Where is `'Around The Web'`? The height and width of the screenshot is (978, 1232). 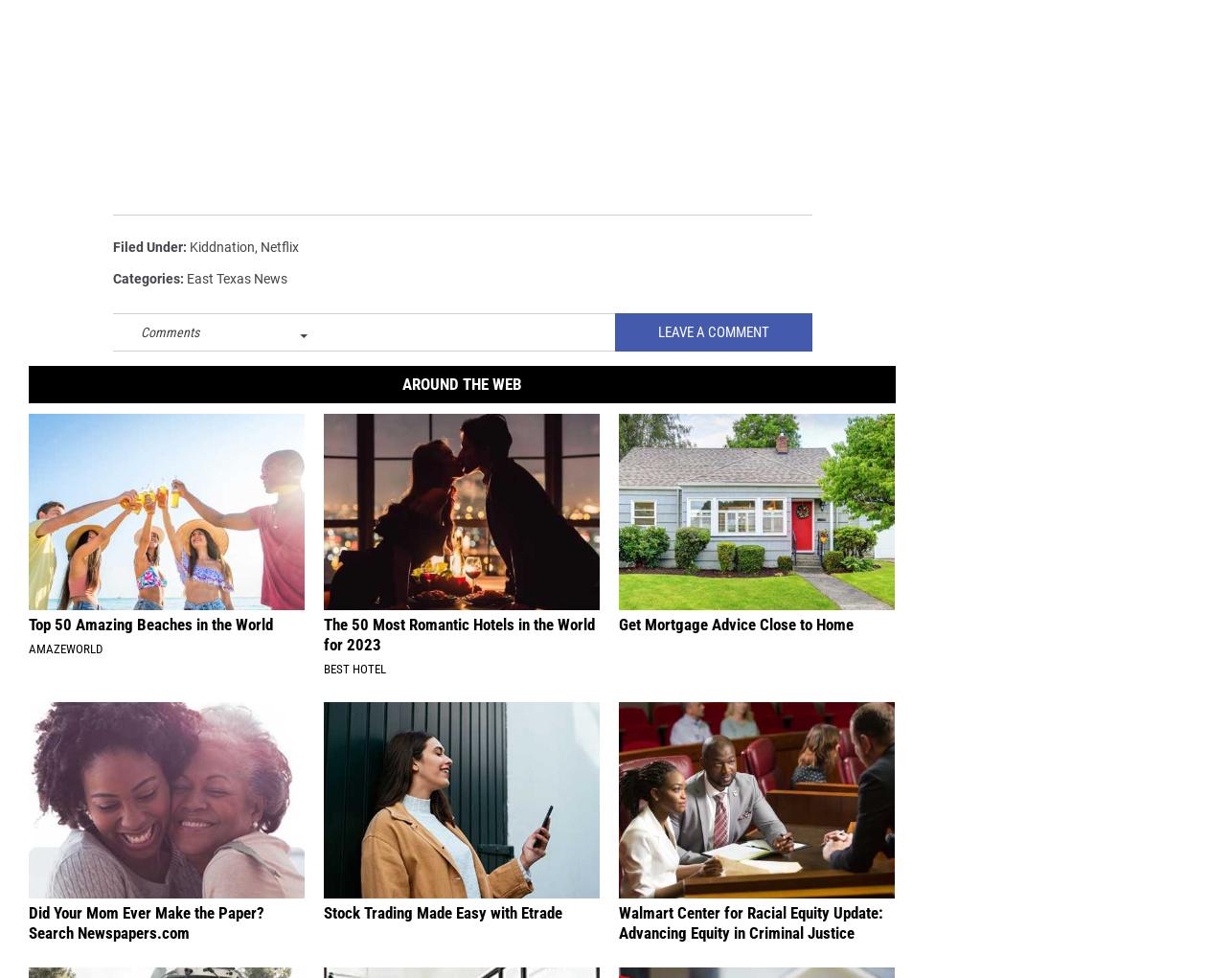 'Around The Web' is located at coordinates (460, 383).